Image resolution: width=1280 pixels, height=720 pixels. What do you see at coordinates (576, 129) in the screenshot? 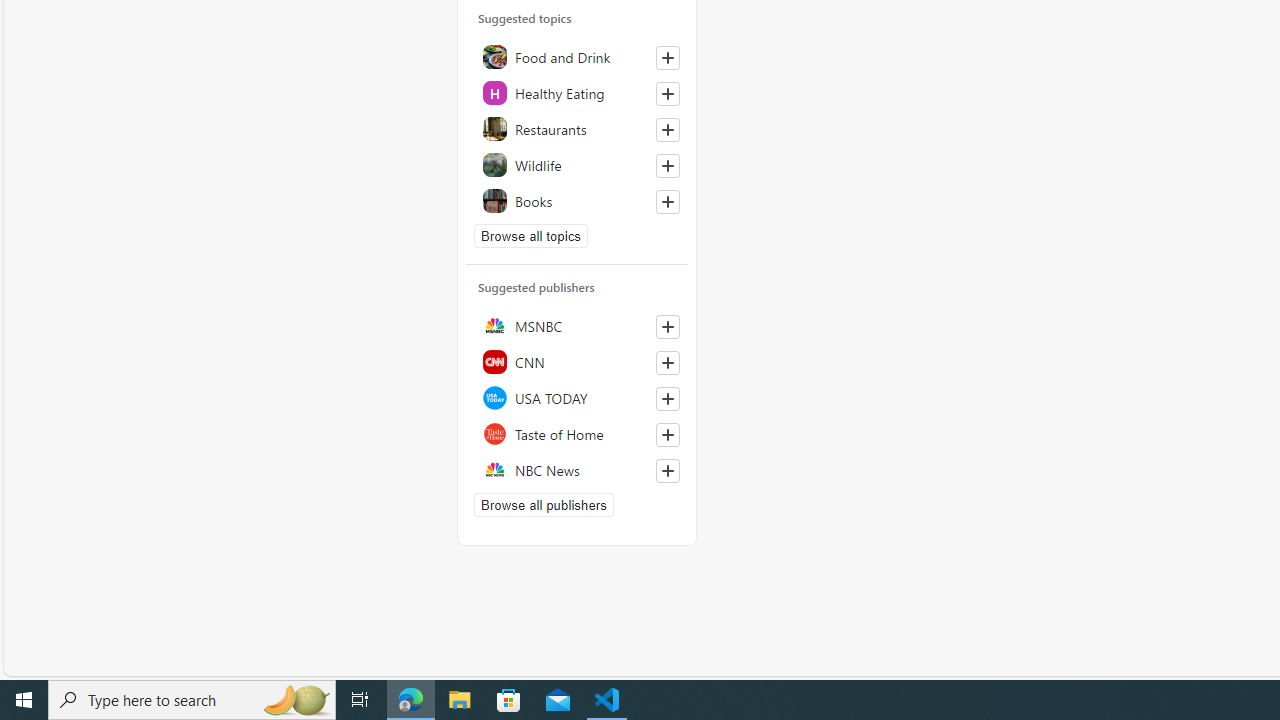
I see `'Restaurants'` at bounding box center [576, 129].